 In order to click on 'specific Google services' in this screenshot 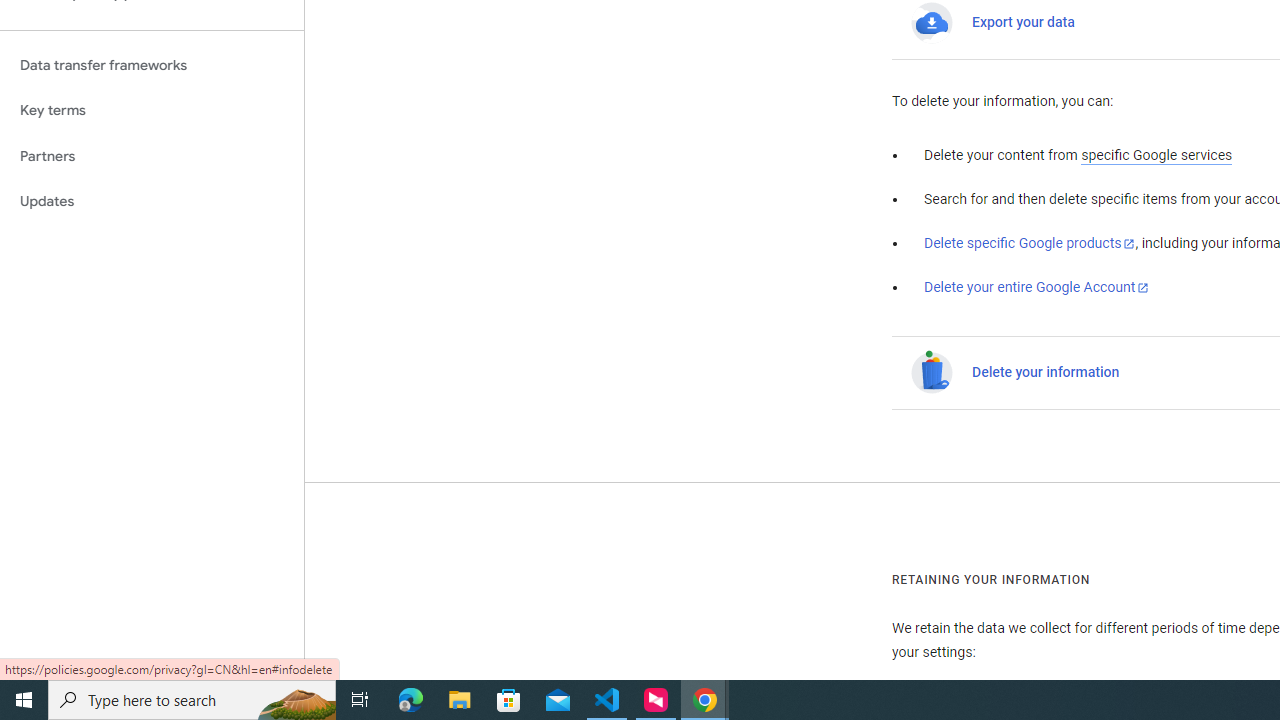, I will do `click(1157, 155)`.